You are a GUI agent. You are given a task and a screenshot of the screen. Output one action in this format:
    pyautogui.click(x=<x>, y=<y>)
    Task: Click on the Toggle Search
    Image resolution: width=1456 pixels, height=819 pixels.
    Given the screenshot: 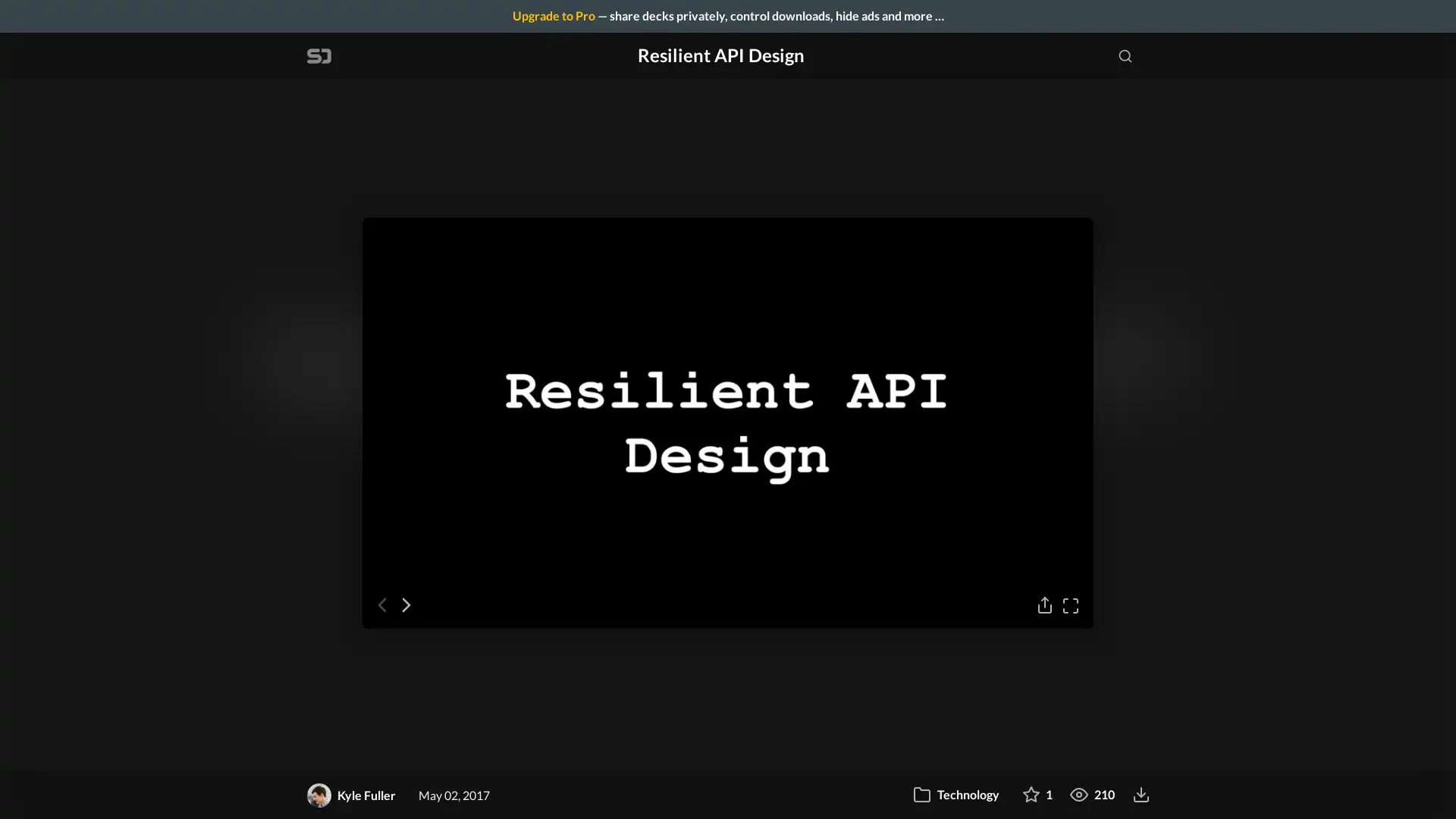 What is the action you would take?
    pyautogui.click(x=1125, y=55)
    